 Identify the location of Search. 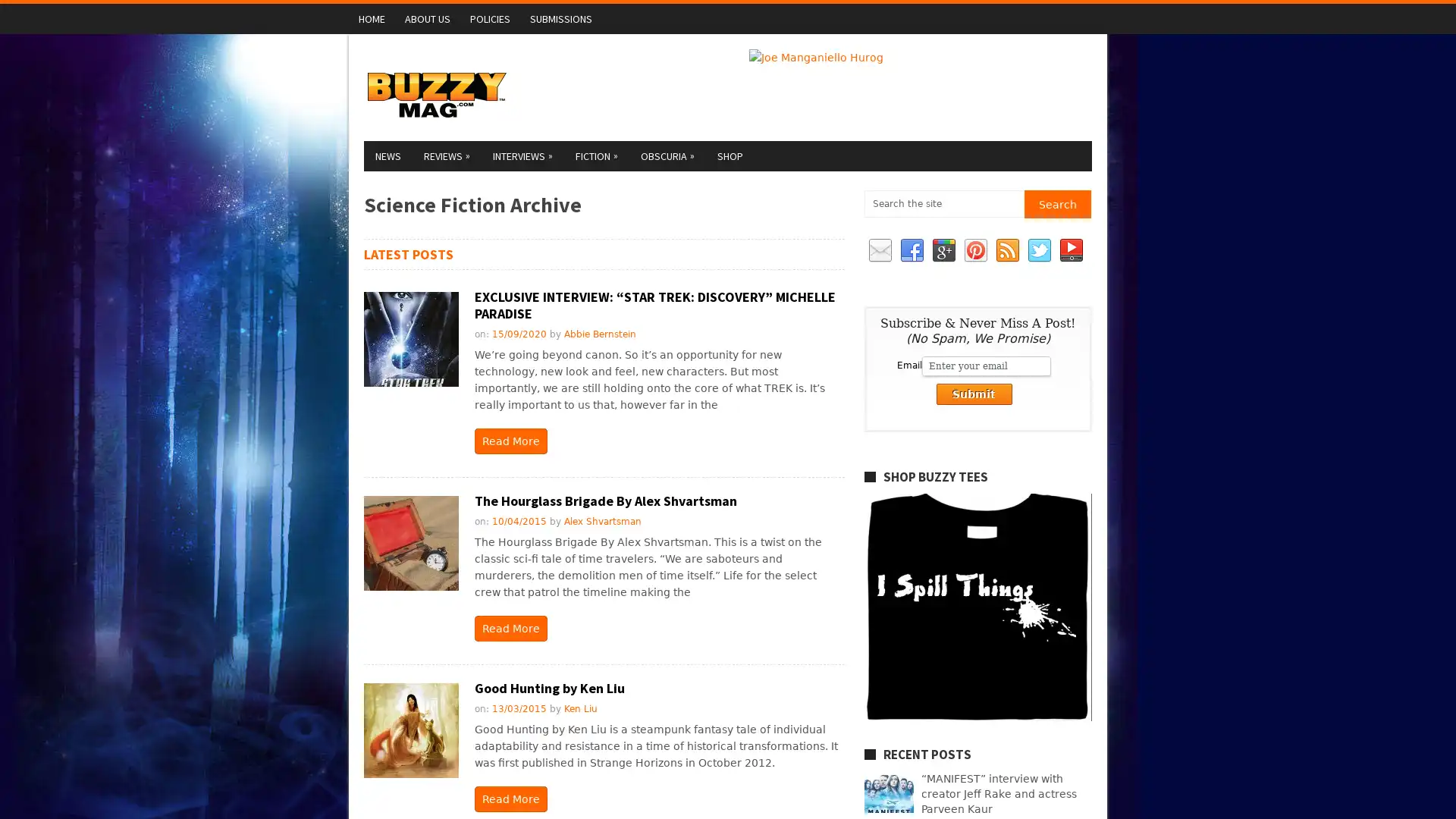
(1056, 203).